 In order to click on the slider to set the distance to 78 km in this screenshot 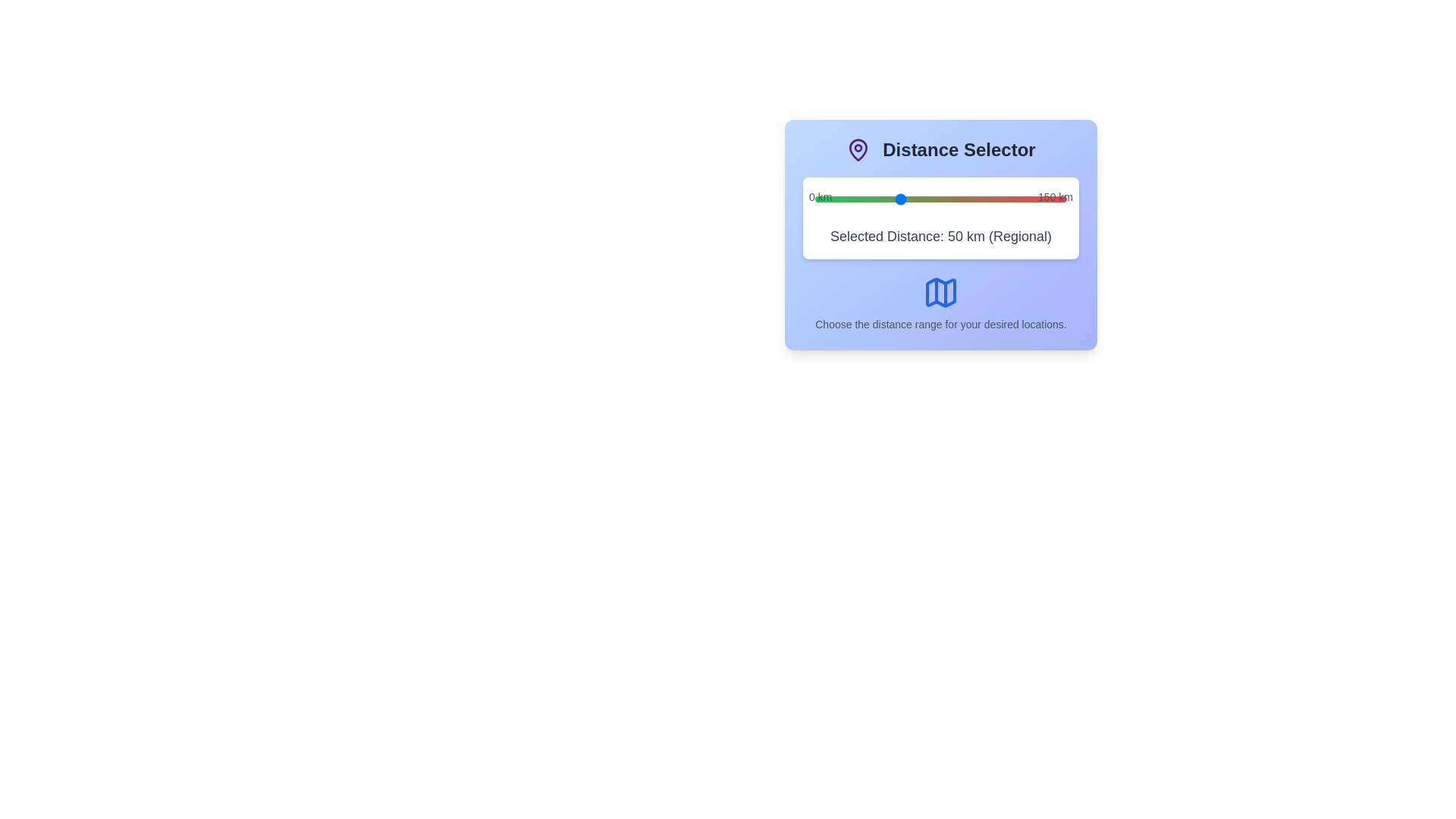, I will do `click(945, 198)`.